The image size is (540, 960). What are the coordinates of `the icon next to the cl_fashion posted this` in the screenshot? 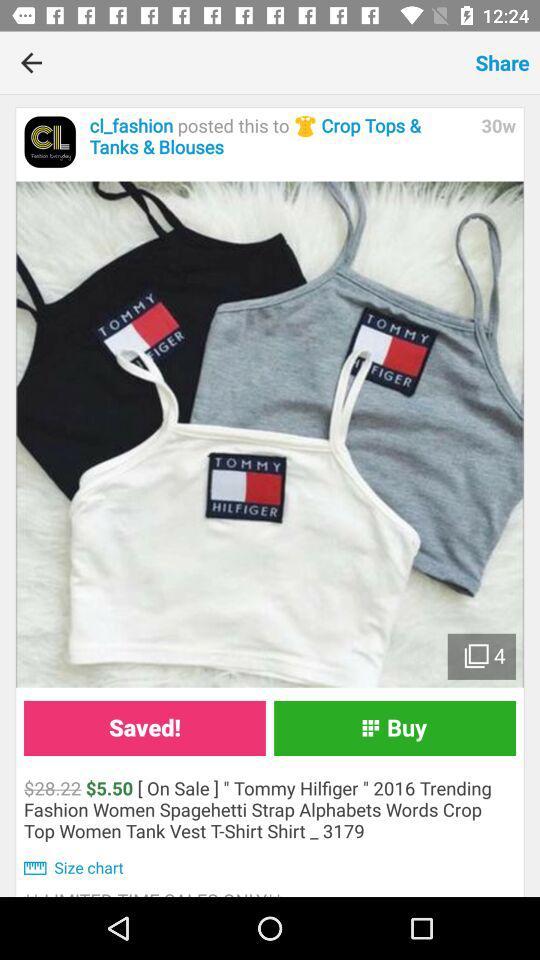 It's located at (50, 141).